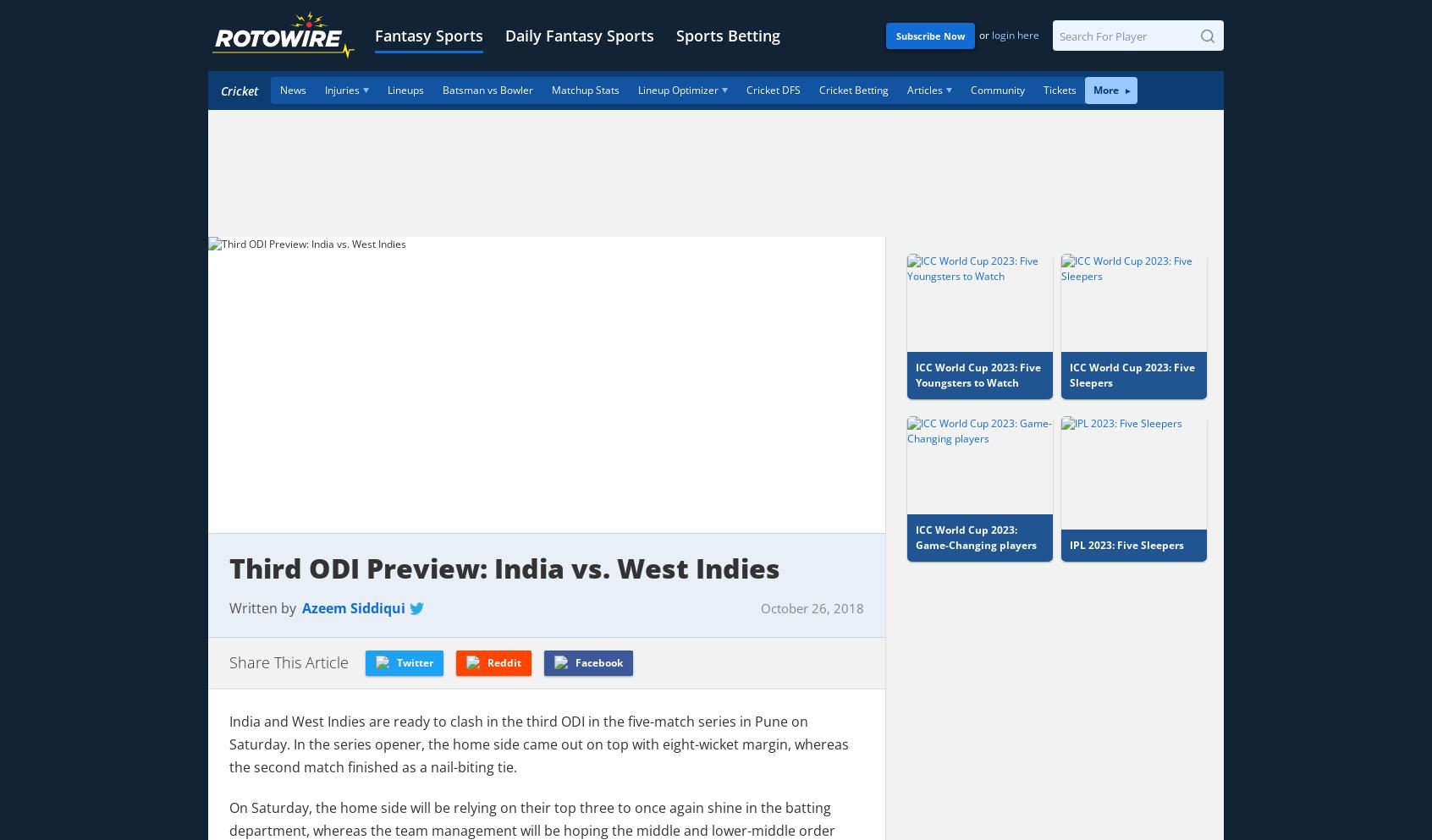  What do you see at coordinates (503, 36) in the screenshot?
I see `'Daily Fantasy Sports'` at bounding box center [503, 36].